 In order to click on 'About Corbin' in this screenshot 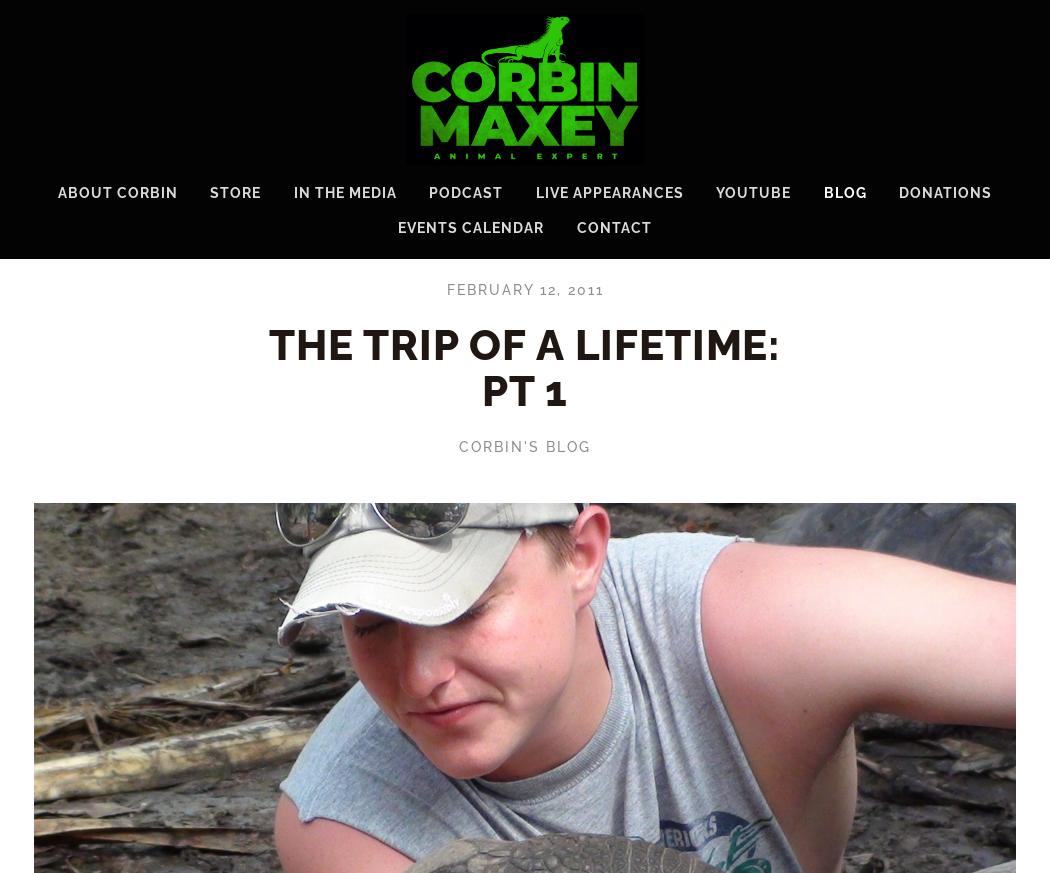, I will do `click(56, 190)`.